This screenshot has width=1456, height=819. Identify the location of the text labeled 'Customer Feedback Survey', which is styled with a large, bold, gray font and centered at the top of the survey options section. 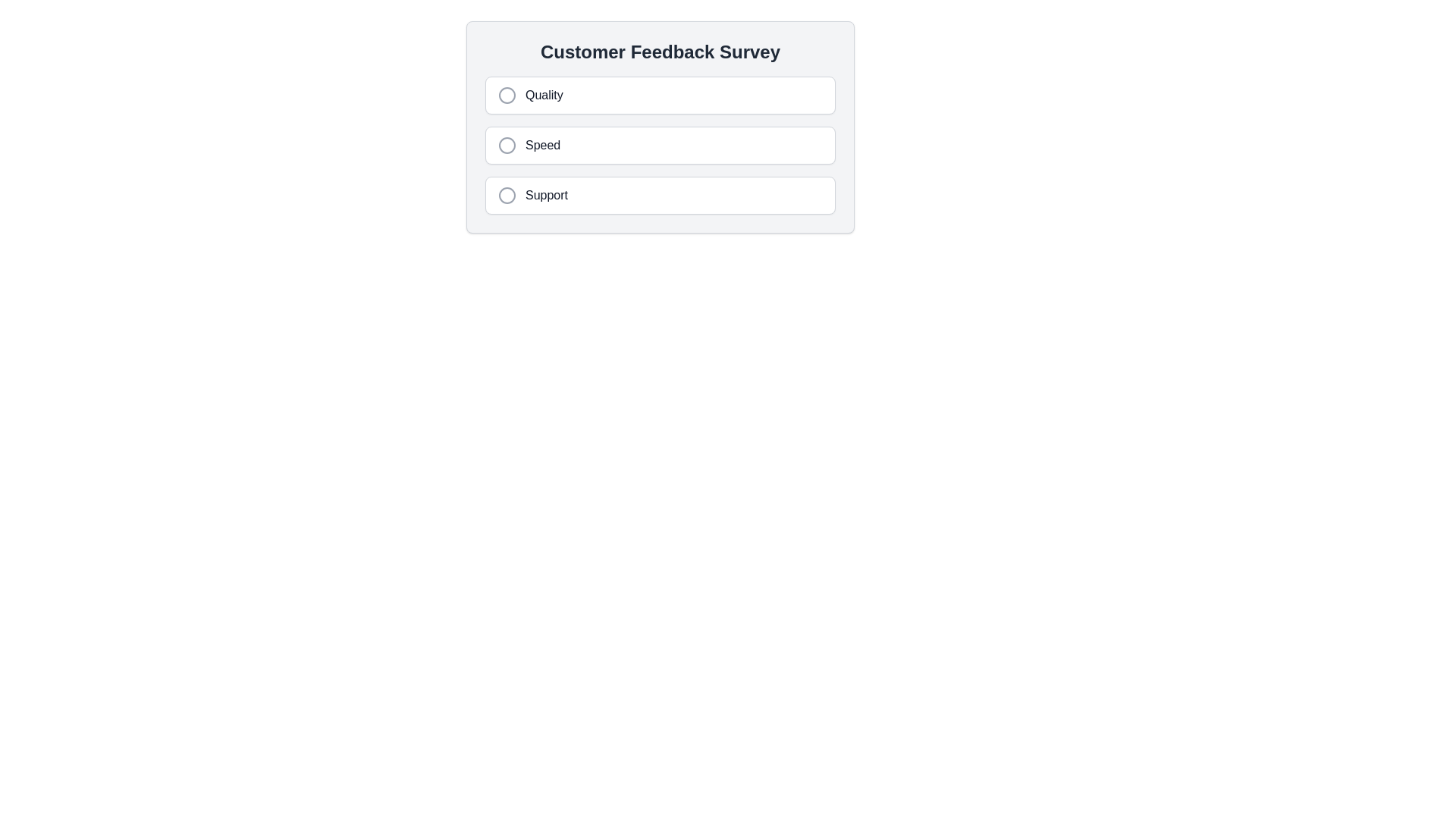
(660, 52).